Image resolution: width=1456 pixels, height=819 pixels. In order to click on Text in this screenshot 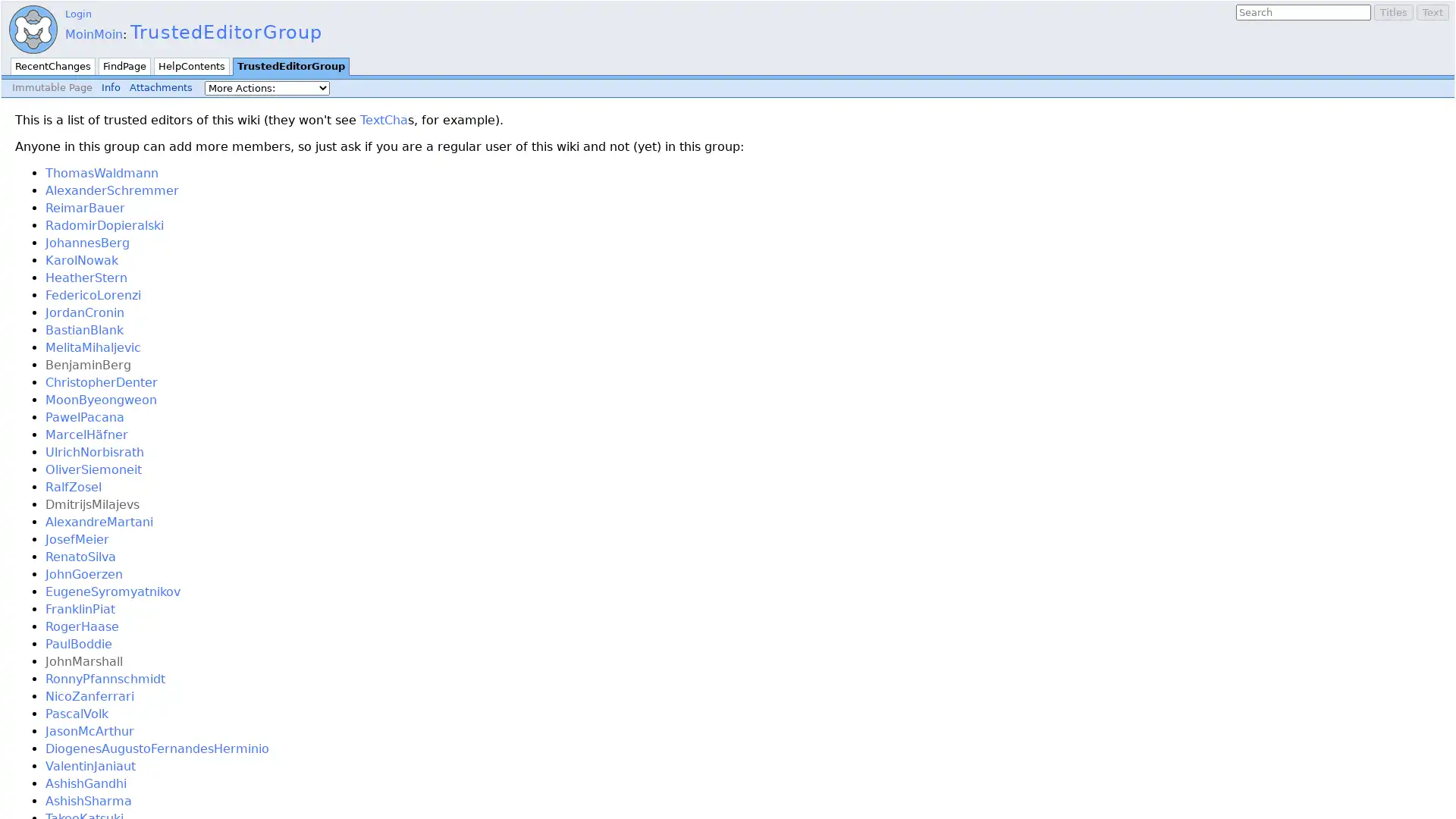, I will do `click(1432, 12)`.